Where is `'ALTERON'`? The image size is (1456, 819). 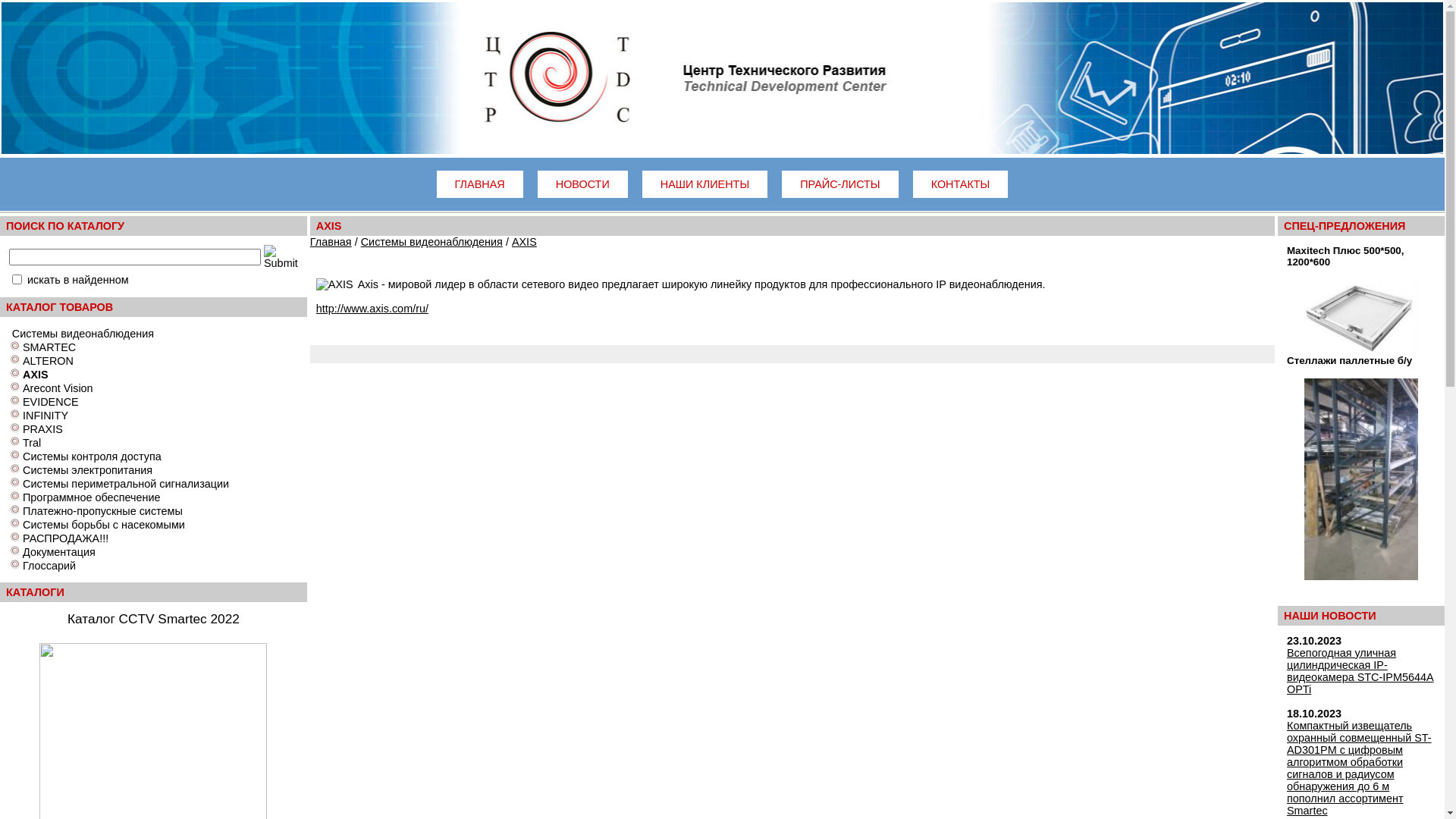
'ALTERON' is located at coordinates (22, 360).